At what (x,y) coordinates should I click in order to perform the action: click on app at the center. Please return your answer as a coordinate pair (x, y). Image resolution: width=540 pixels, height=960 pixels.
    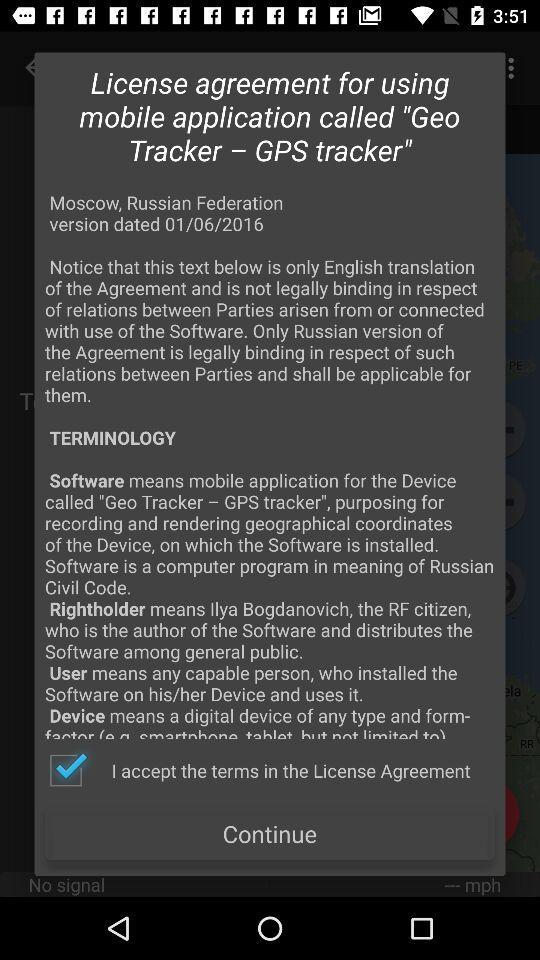
    Looking at the image, I should click on (270, 464).